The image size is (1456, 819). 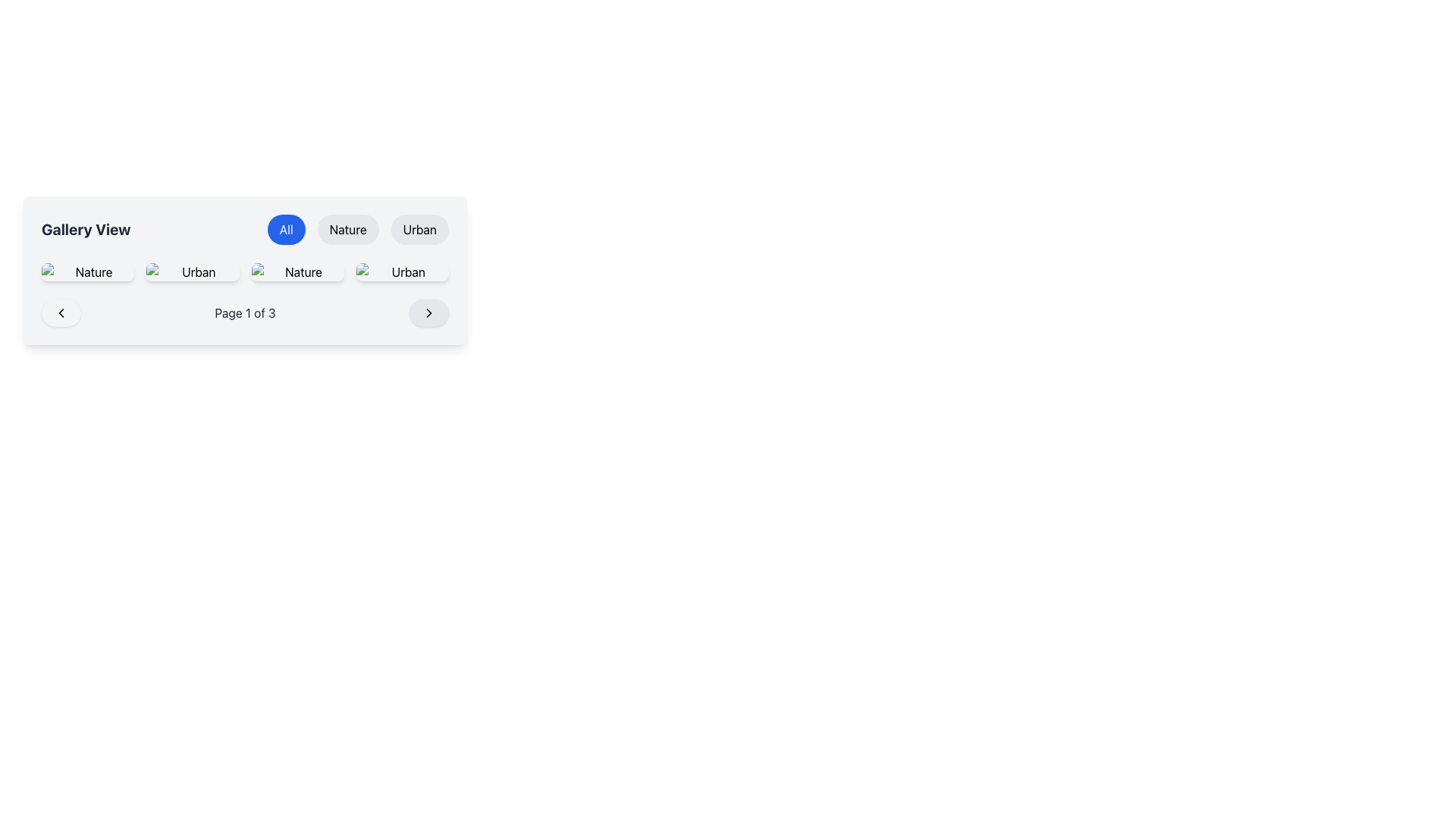 I want to click on the 'Nature' image placeholder element, which is a squarish thumbnail with rounded corners and a label below it, so click(x=297, y=271).